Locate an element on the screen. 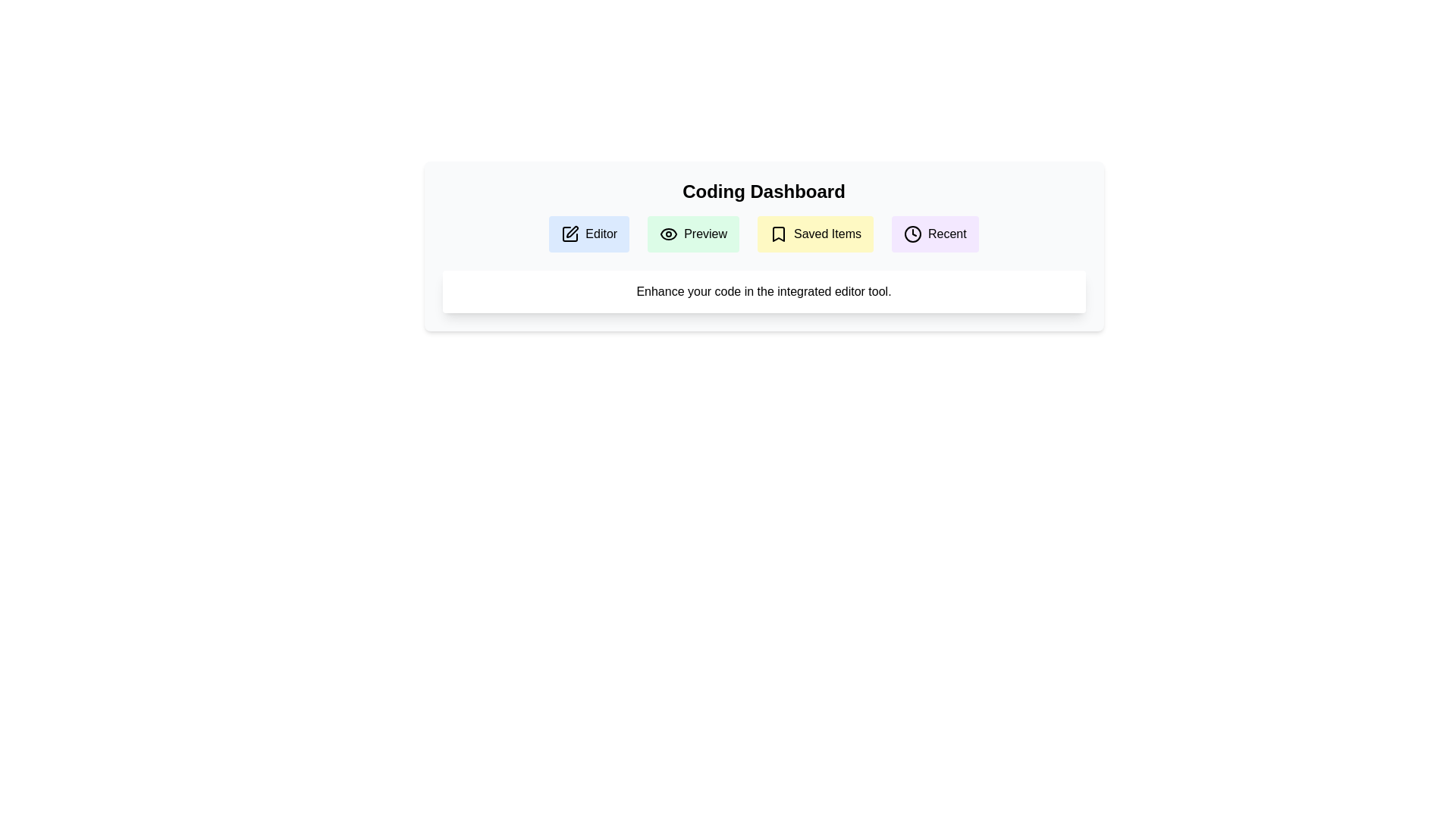 Image resolution: width=1456 pixels, height=819 pixels. the pen tip graphic element located at the top right of the square-and-pen icon to get details about it is located at coordinates (572, 231).